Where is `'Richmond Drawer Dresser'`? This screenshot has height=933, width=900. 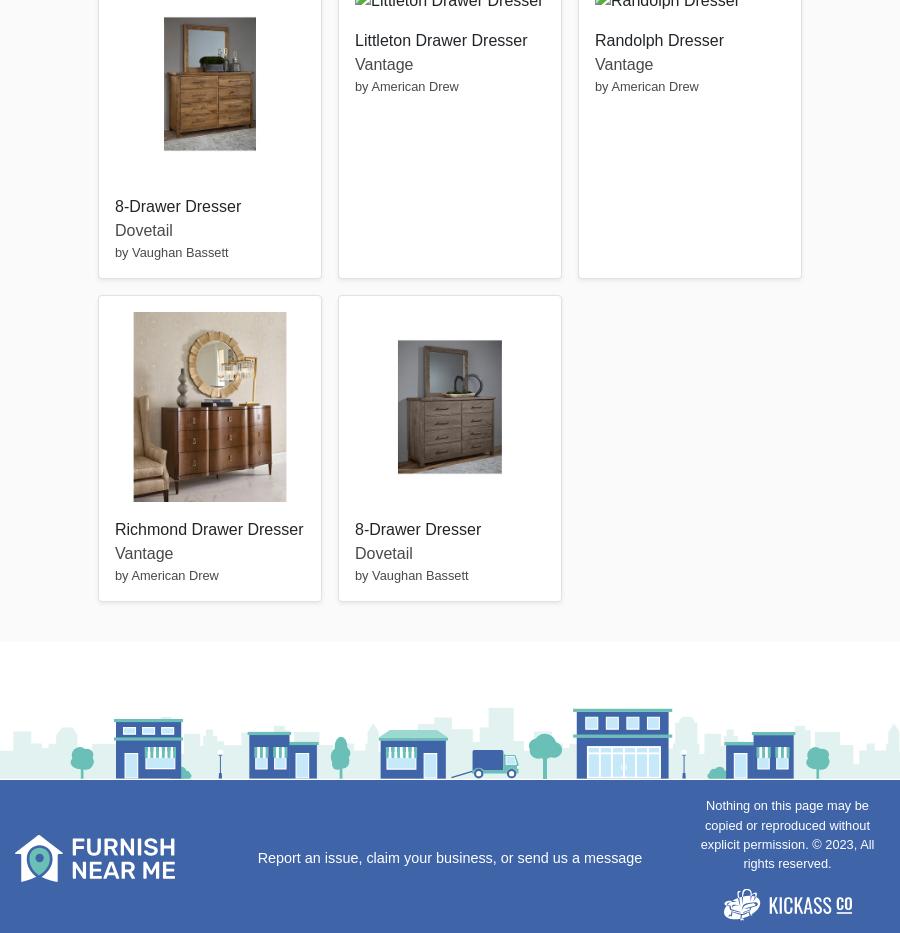 'Richmond Drawer Dresser' is located at coordinates (208, 527).